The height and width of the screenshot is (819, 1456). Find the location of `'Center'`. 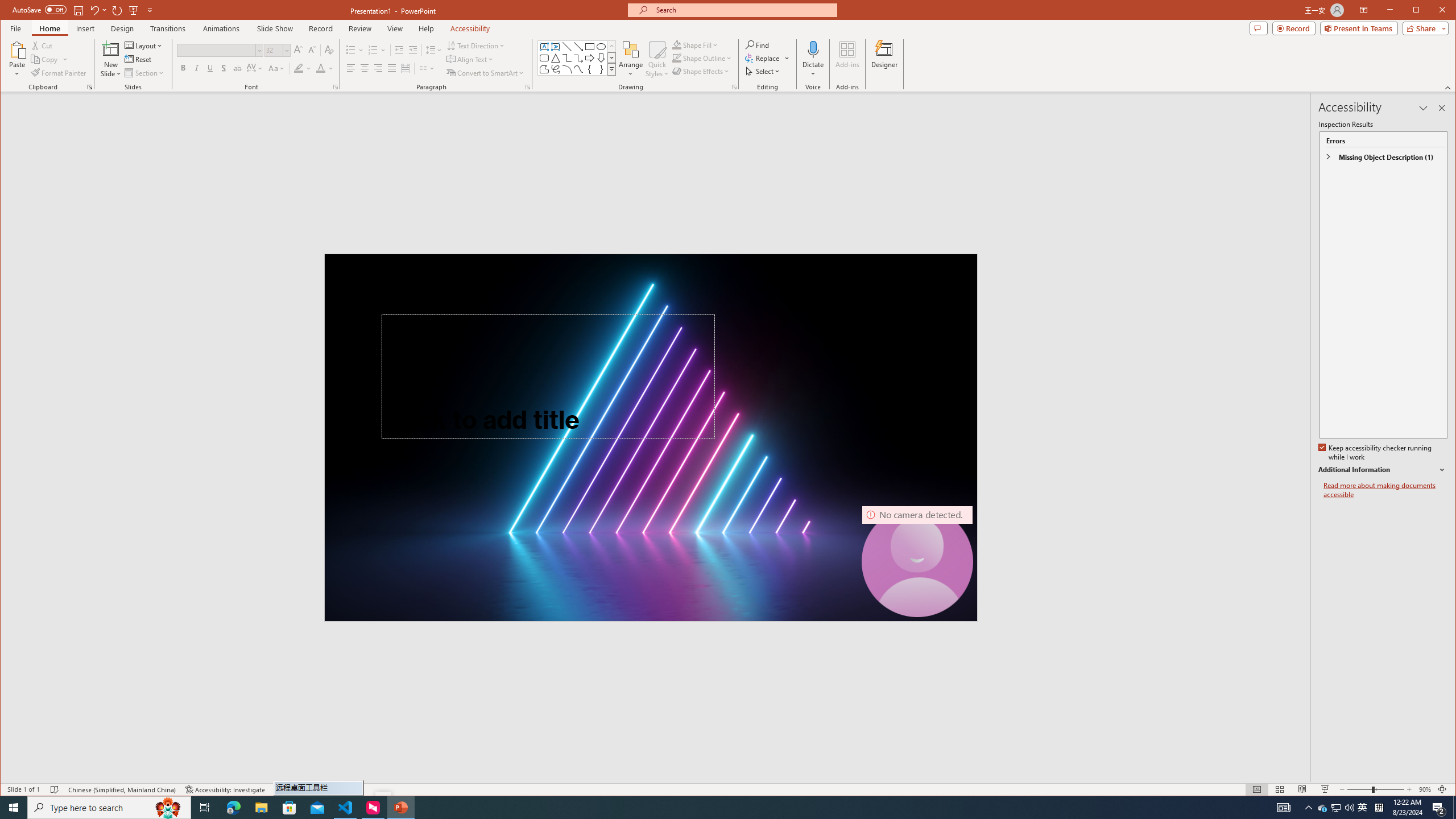

'Center' is located at coordinates (364, 68).